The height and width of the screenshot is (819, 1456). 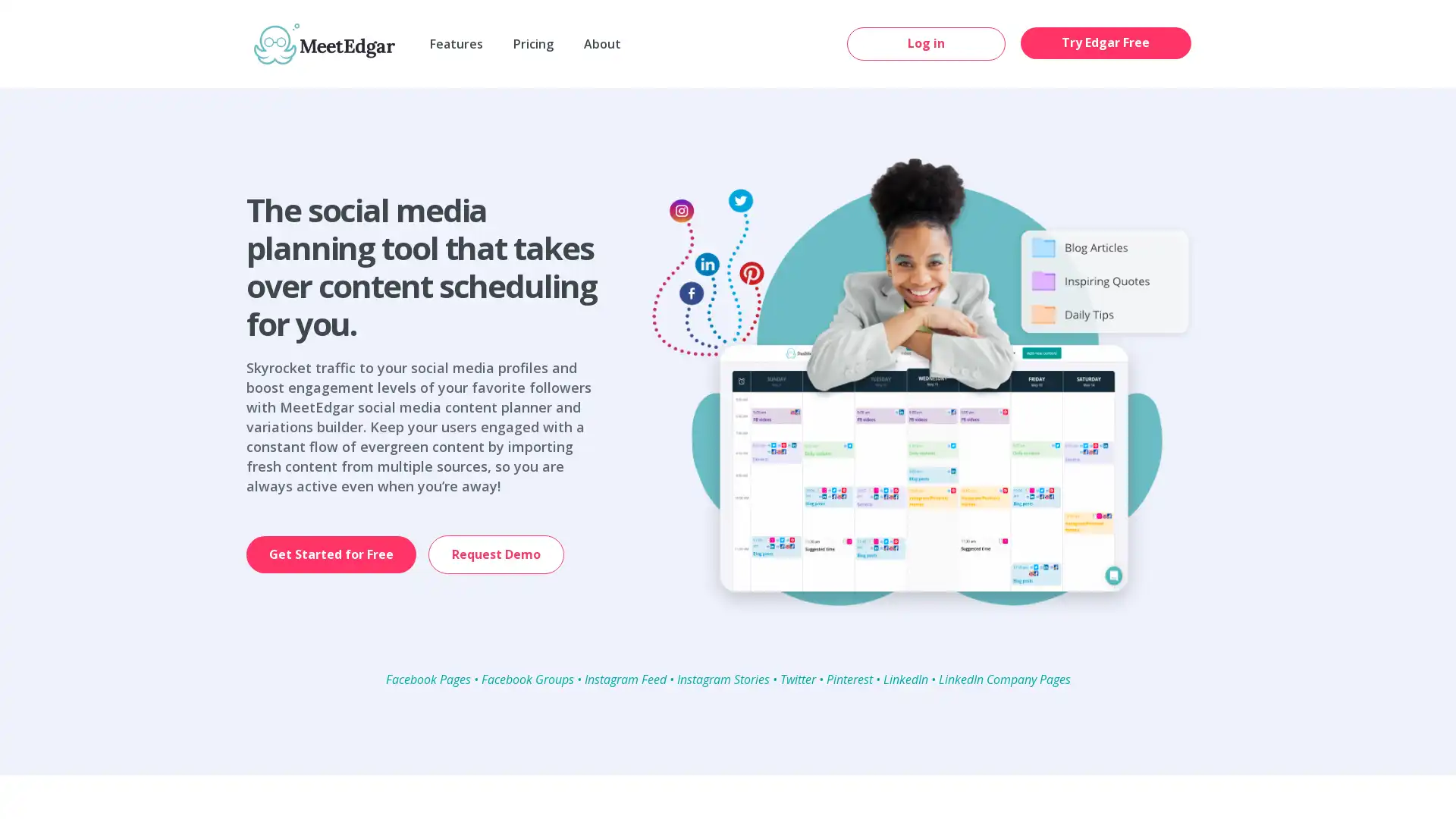 I want to click on Request Demo, so click(x=496, y=554).